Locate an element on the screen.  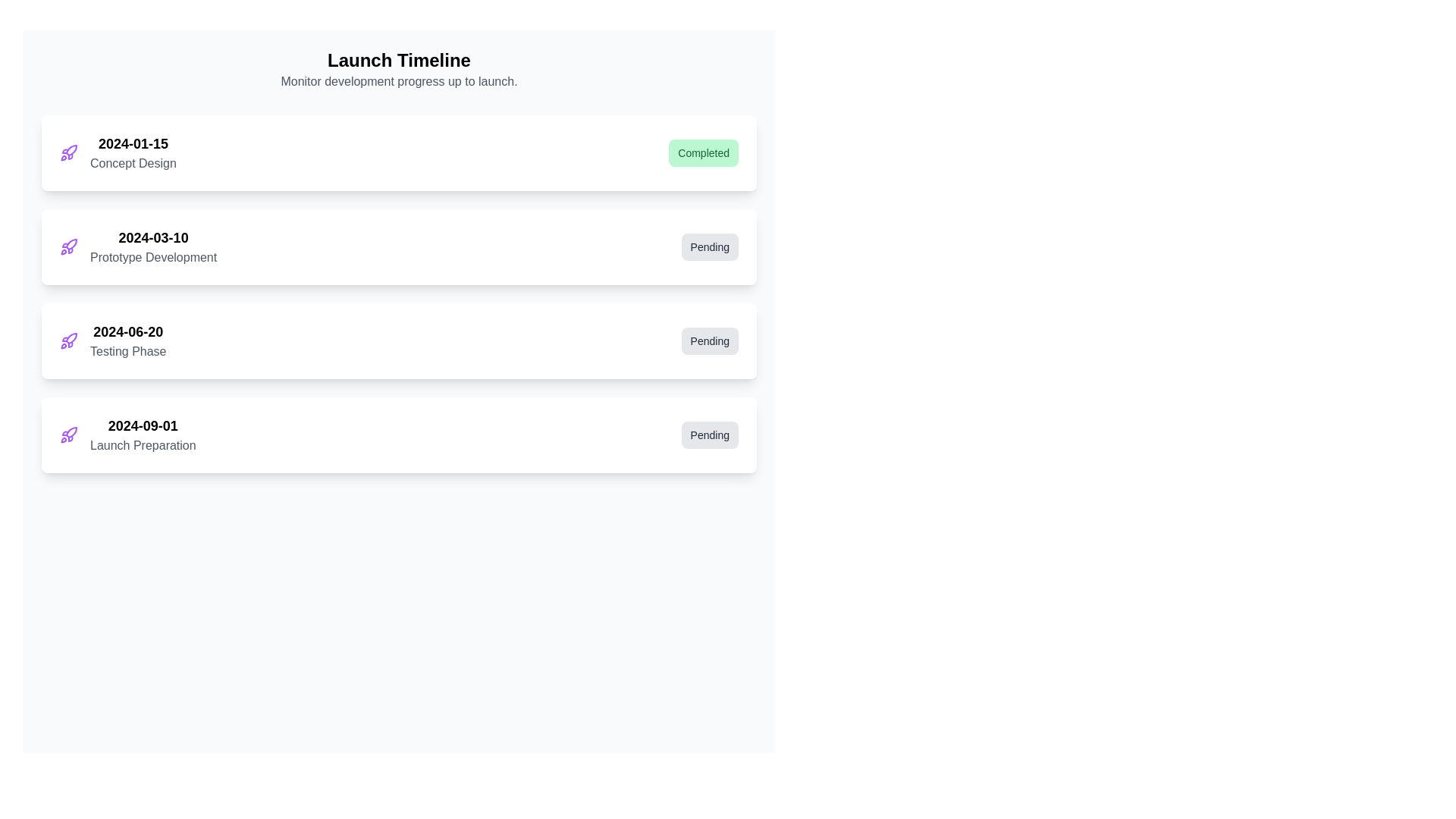
the text displaying the date '2024-06-20' which is part of a timeline description, positioned above 'Testing Phase' and to the right of the rocket icon is located at coordinates (128, 331).